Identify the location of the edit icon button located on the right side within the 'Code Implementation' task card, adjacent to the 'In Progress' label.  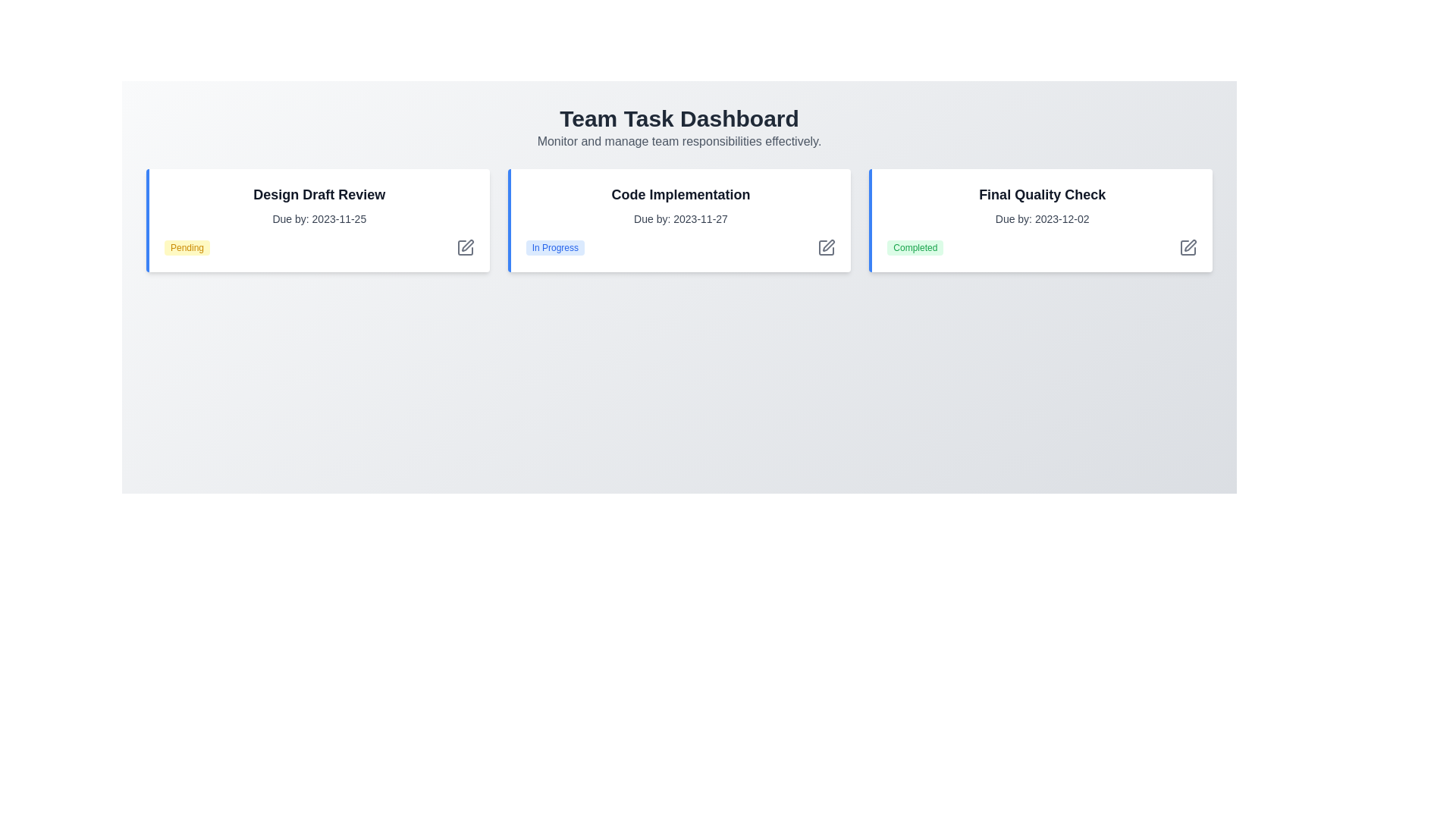
(826, 247).